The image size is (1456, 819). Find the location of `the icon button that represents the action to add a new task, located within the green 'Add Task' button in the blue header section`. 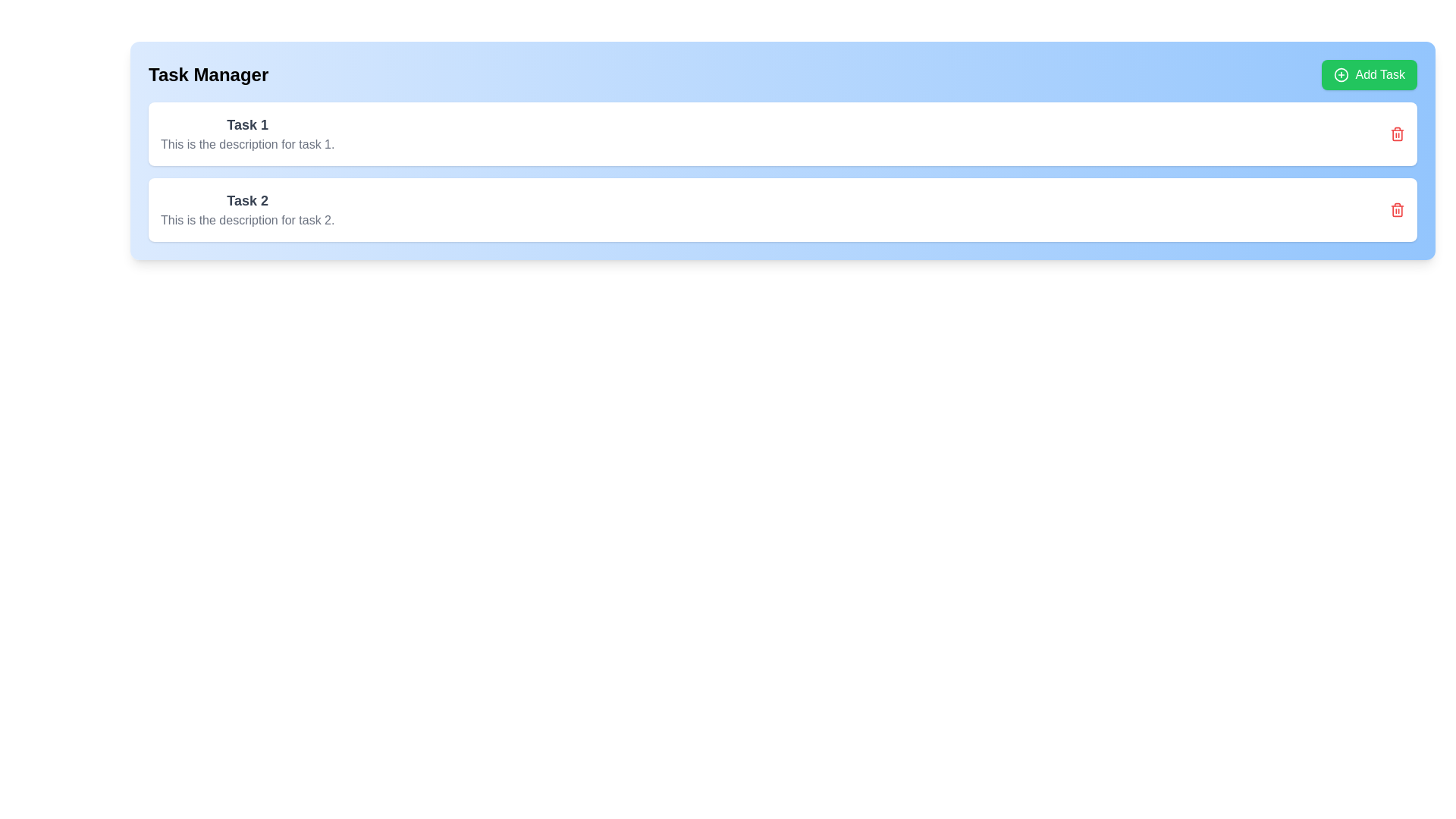

the icon button that represents the action to add a new task, located within the green 'Add Task' button in the blue header section is located at coordinates (1341, 75).